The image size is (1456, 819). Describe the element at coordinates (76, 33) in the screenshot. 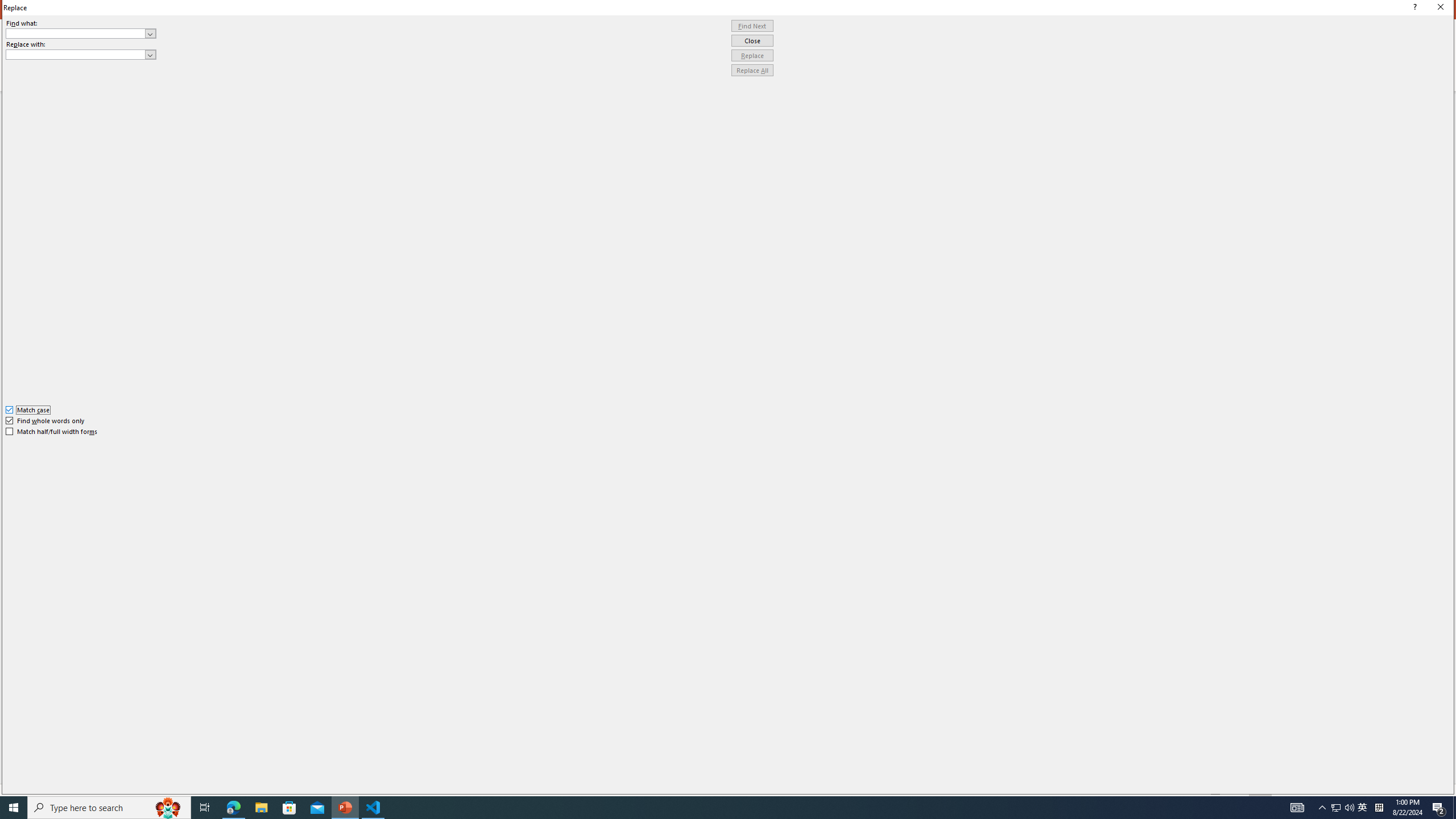

I see `'Find what'` at that location.